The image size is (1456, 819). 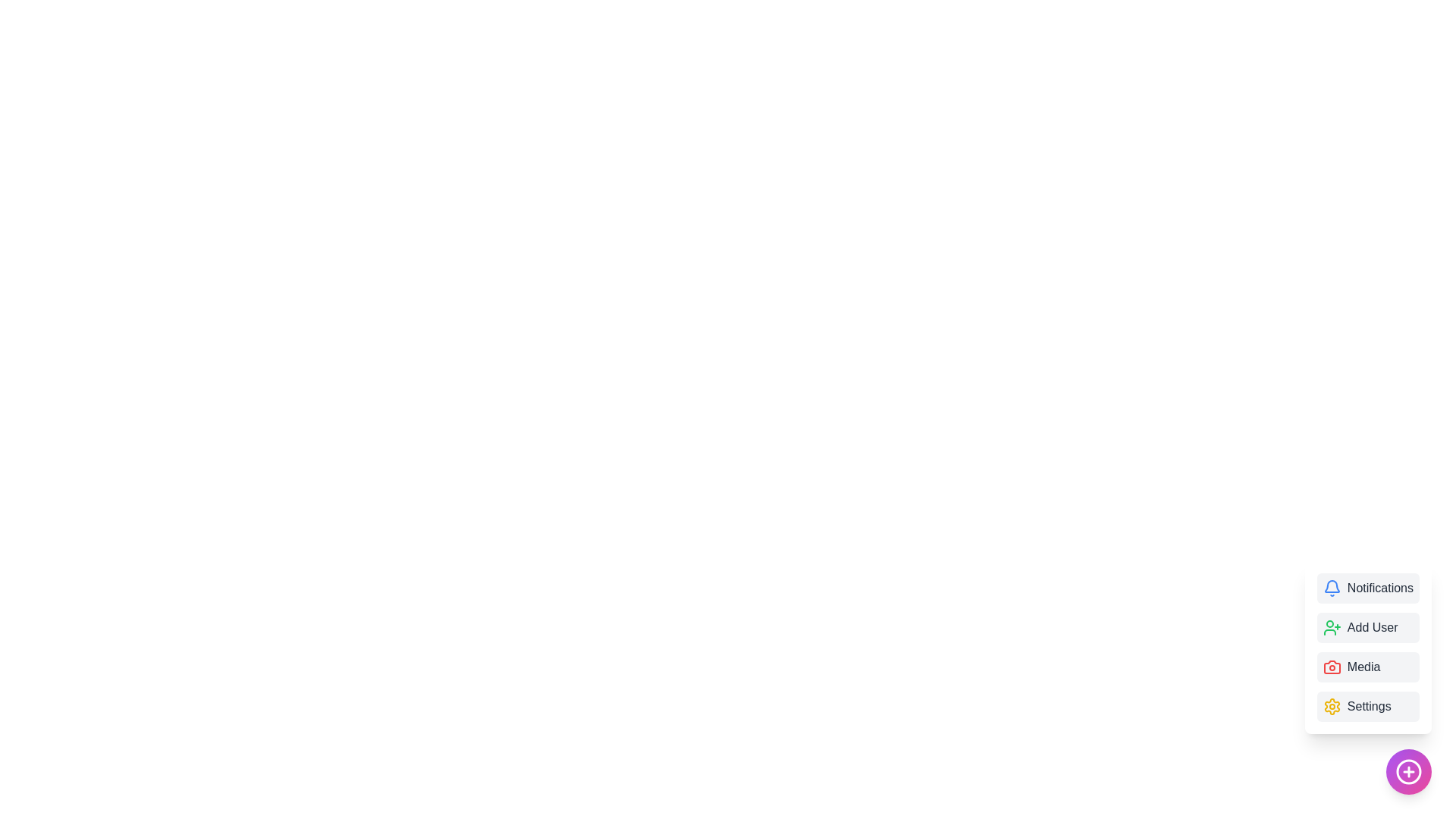 I want to click on the 'Add User' menu item, so click(x=1368, y=628).